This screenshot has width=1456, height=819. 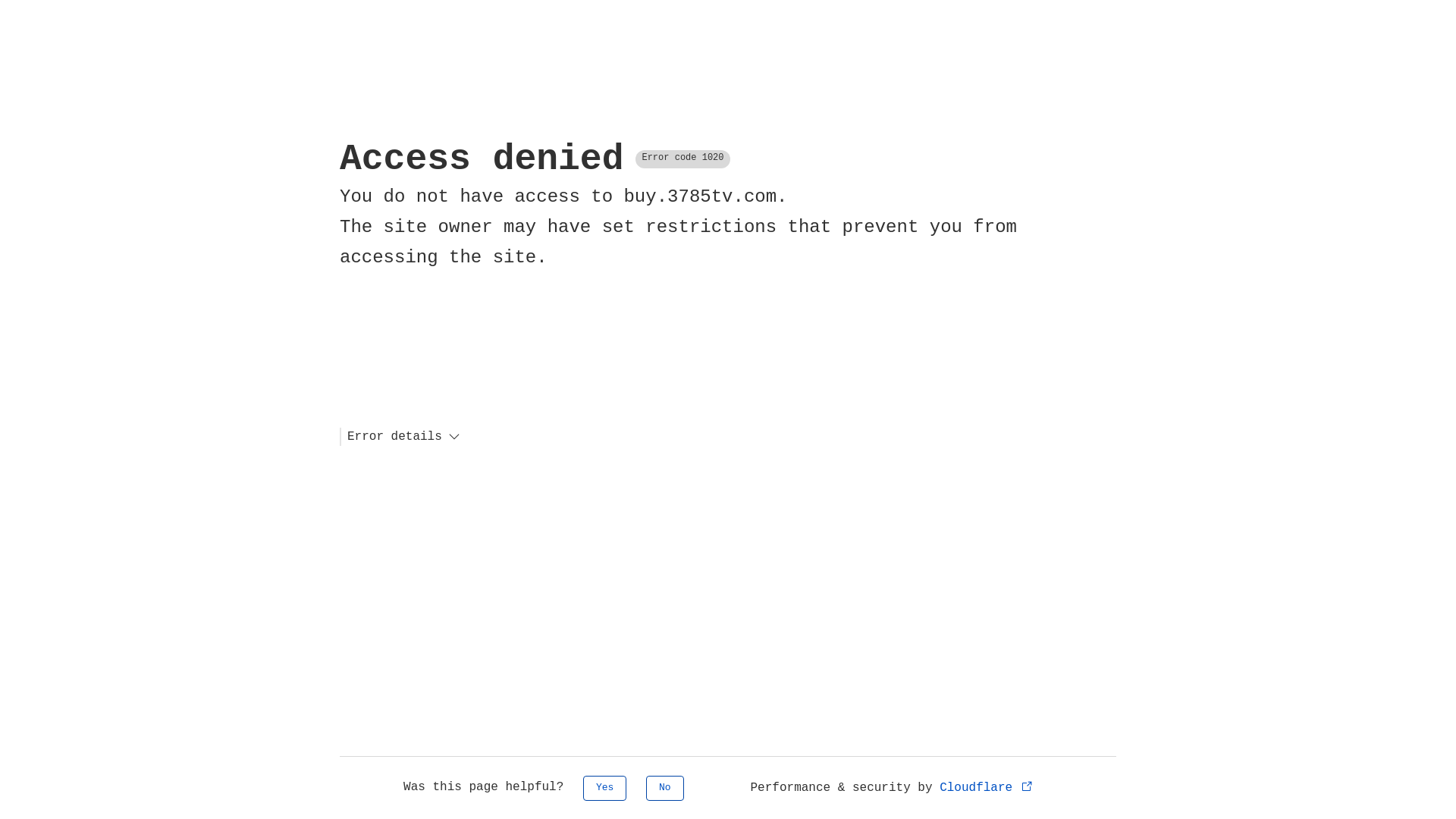 I want to click on 'Opens in new tab', so click(x=1027, y=785).